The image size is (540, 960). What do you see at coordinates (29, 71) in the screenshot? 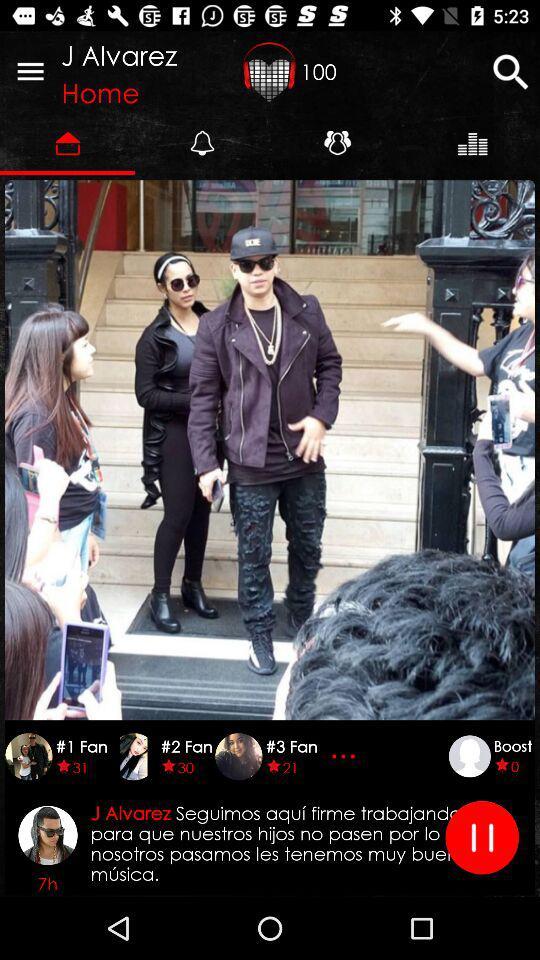
I see `icon next to j alvarez icon` at bounding box center [29, 71].